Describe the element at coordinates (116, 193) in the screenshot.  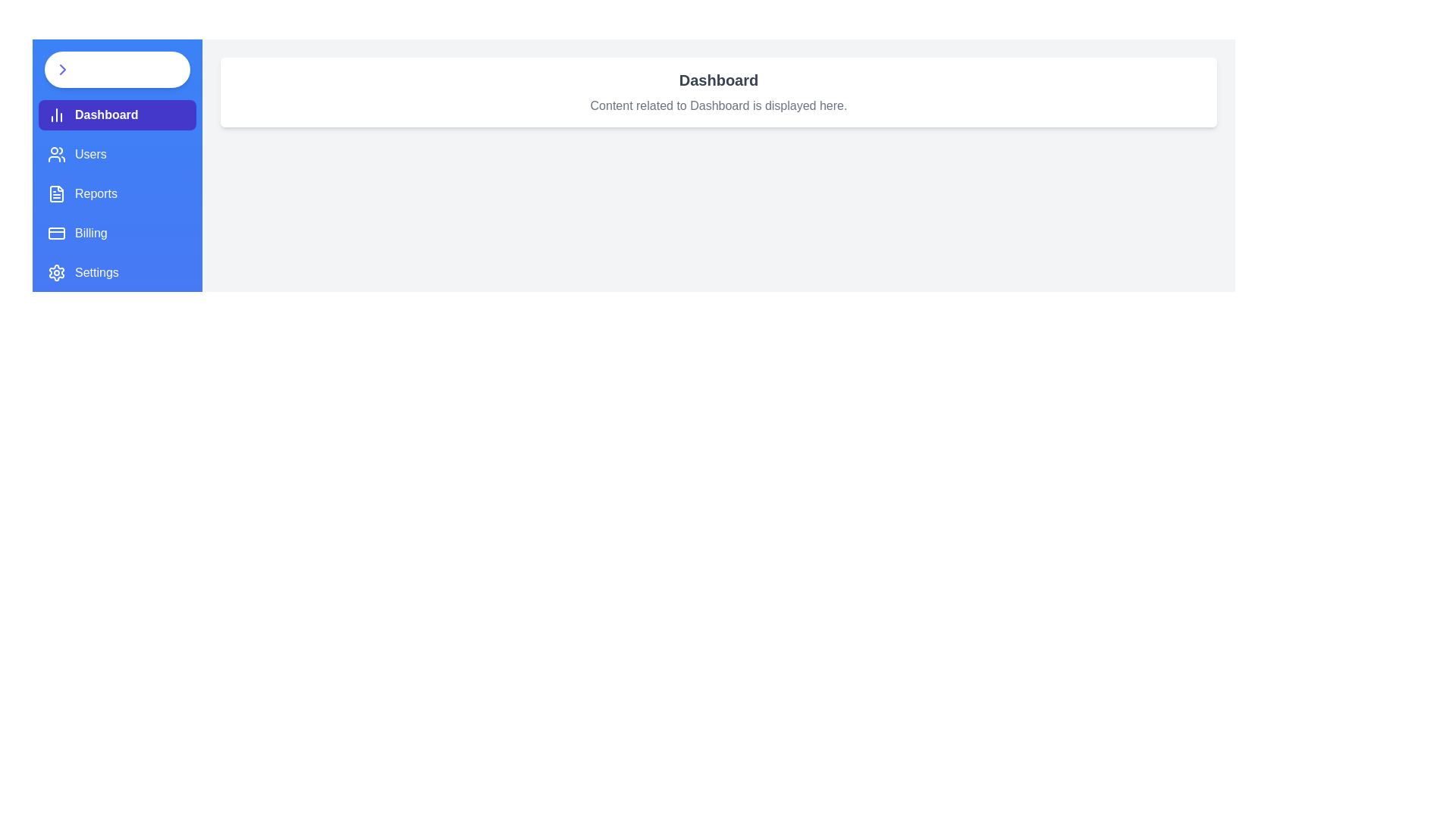
I see `the Reports tab to observe the hover effect` at that location.